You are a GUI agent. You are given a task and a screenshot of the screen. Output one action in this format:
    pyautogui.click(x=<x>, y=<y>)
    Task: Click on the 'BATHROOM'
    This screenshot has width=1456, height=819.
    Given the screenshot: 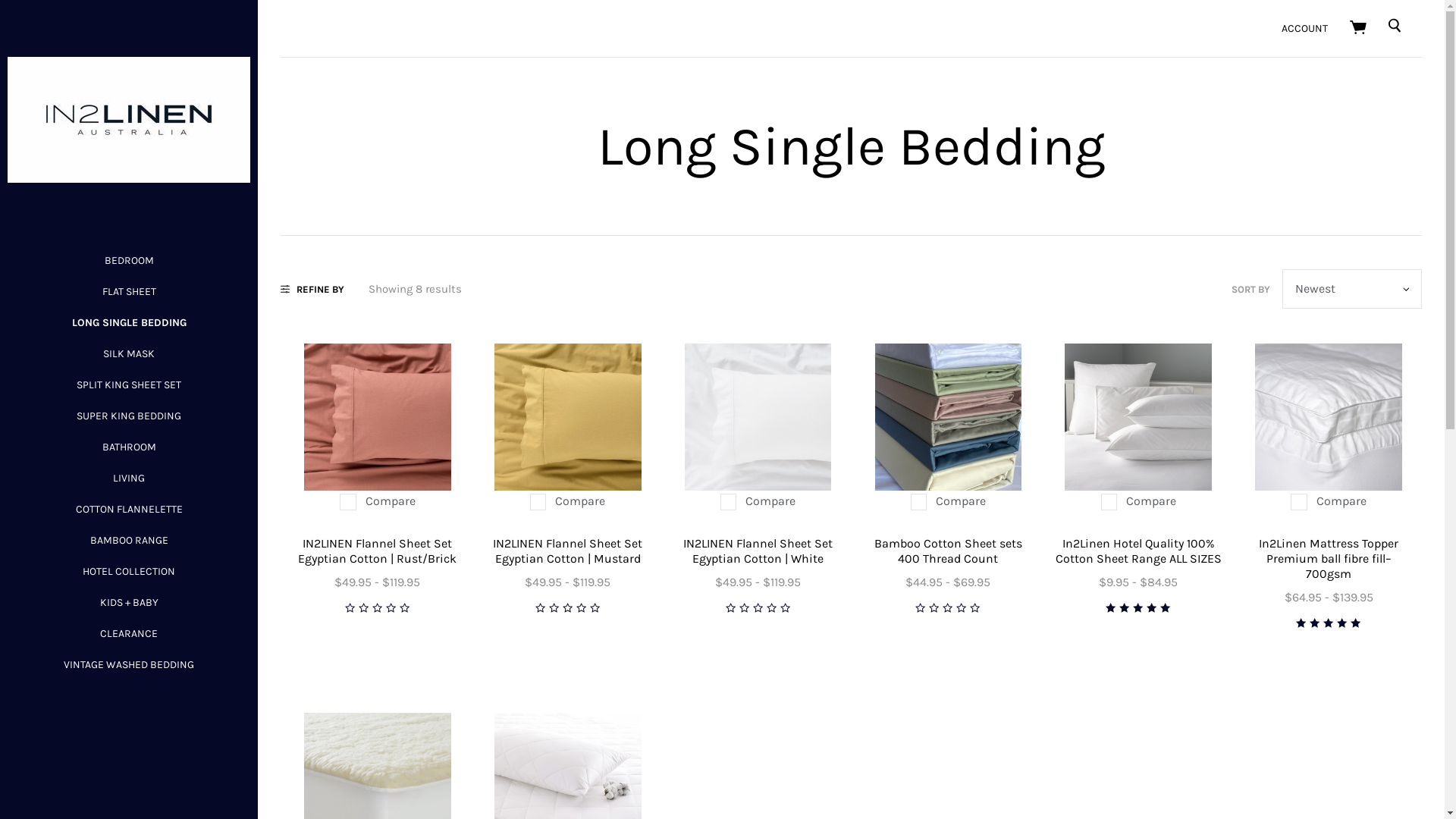 What is the action you would take?
    pyautogui.click(x=128, y=446)
    